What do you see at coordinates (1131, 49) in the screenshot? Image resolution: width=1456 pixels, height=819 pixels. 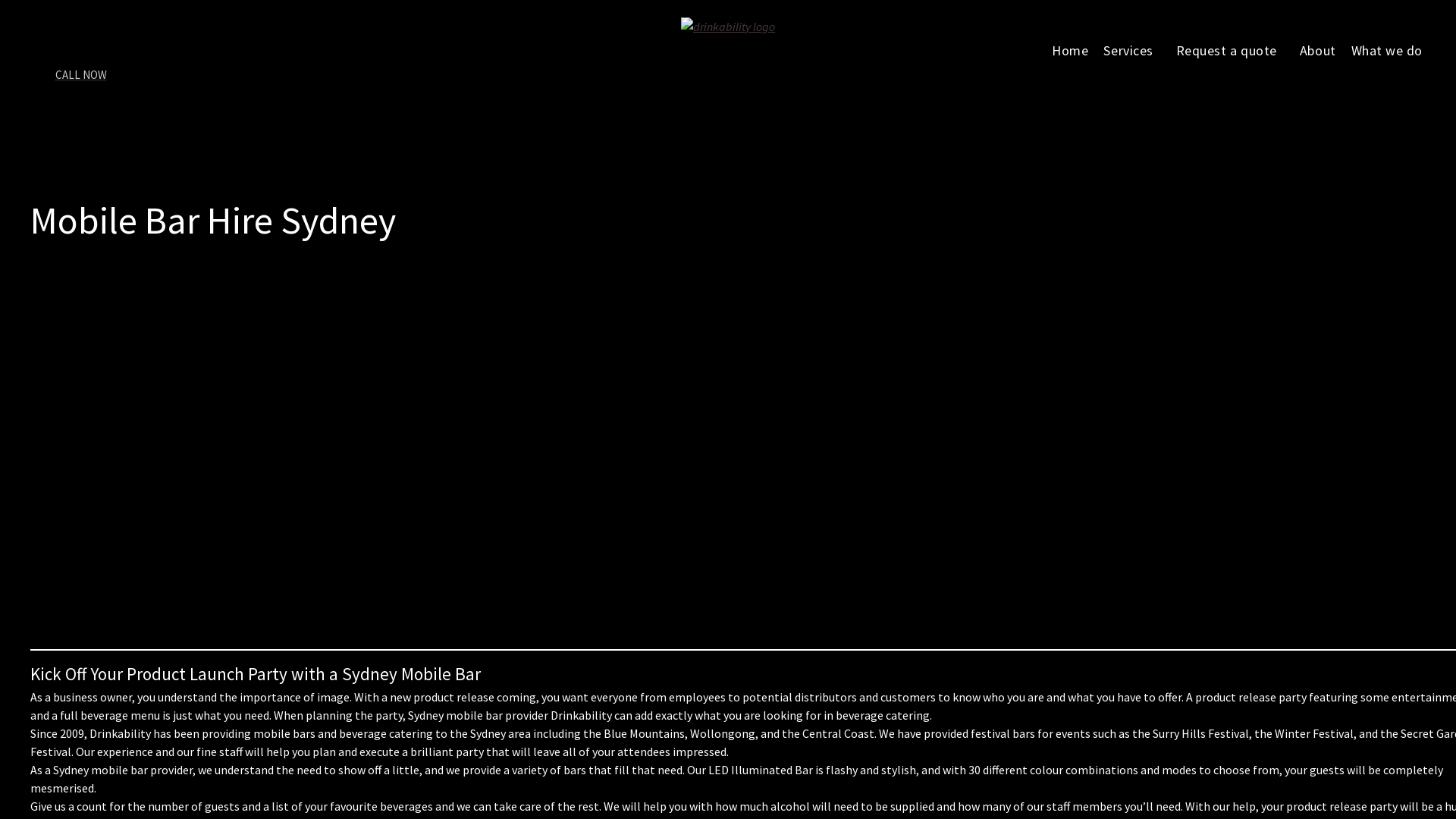 I see `'Services'` at bounding box center [1131, 49].